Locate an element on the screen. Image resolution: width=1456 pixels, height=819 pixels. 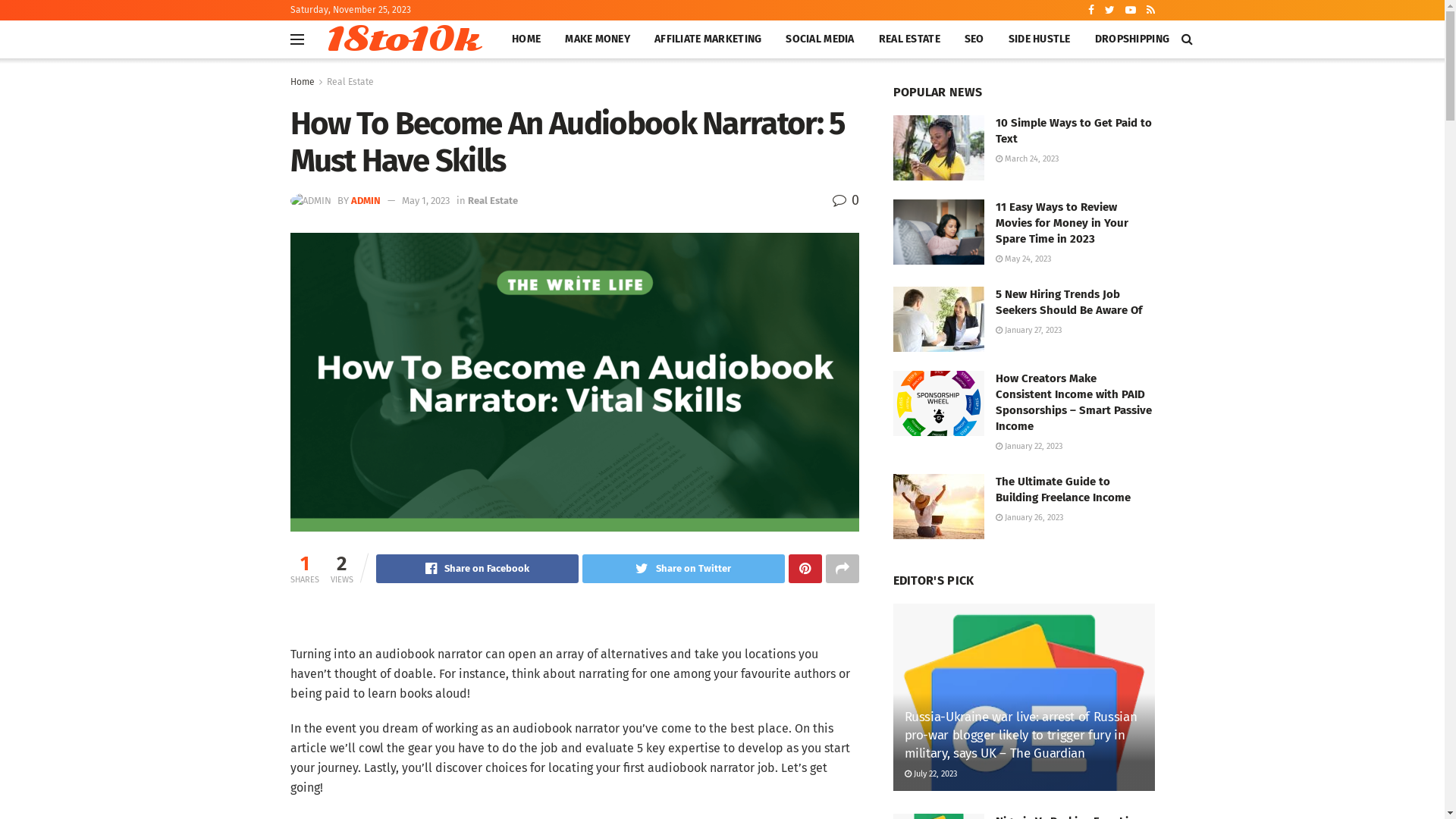
'SIDE HUSTLE' is located at coordinates (1039, 38).